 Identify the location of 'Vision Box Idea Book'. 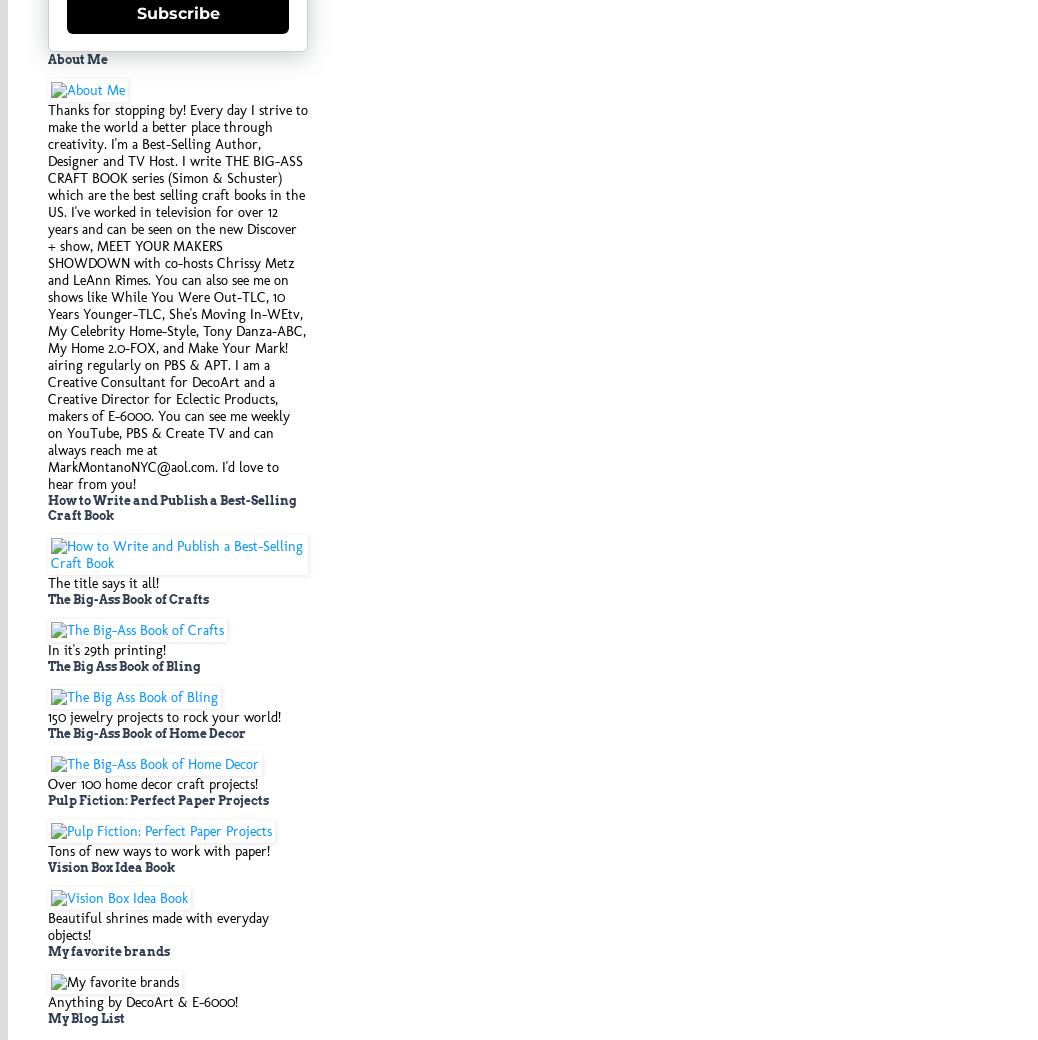
(46, 865).